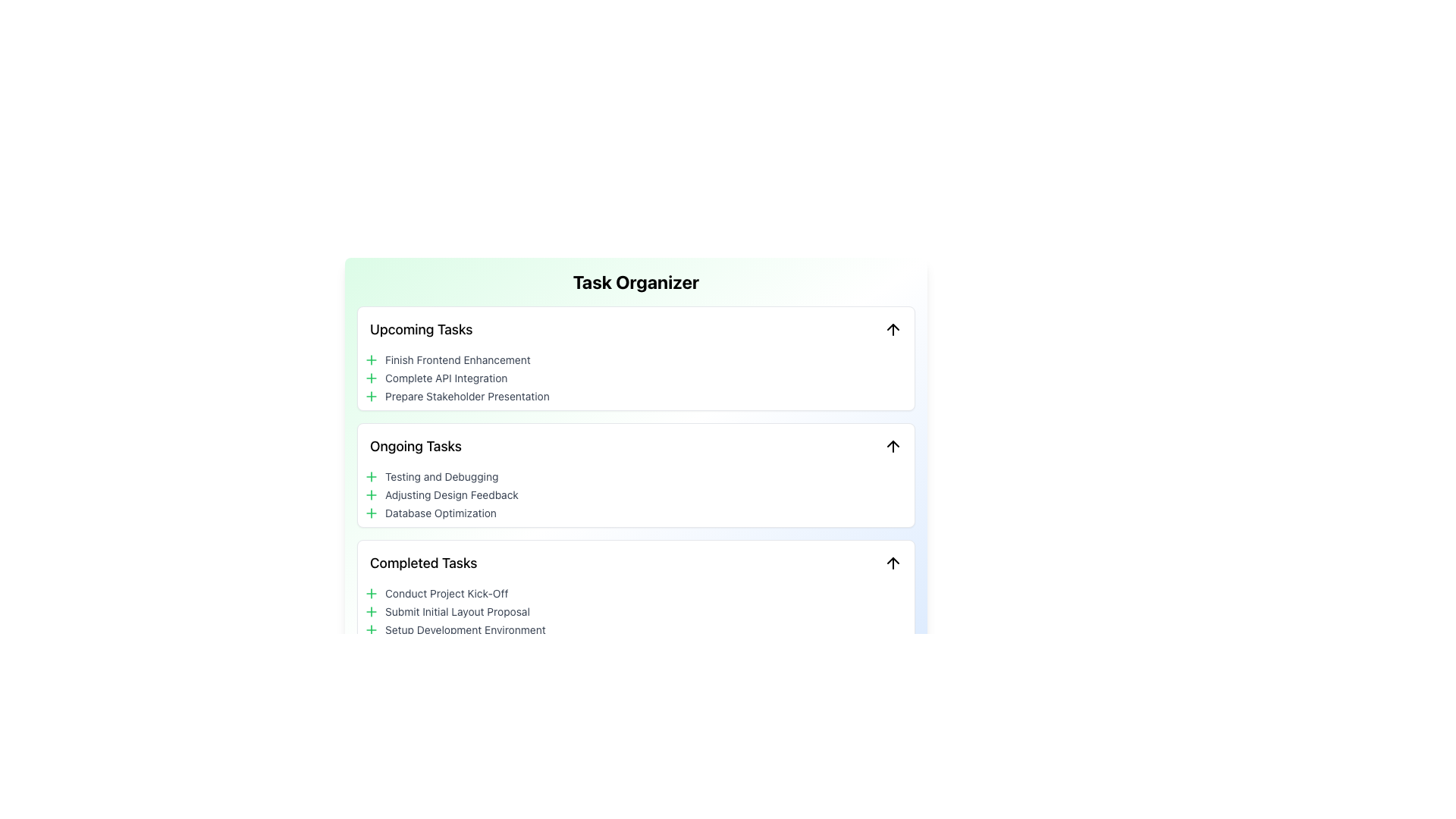 The height and width of the screenshot is (819, 1456). What do you see at coordinates (466, 396) in the screenshot?
I see `the text label 'Prepare Stakeholder Presentation' in the 'Upcoming Tasks' section` at bounding box center [466, 396].